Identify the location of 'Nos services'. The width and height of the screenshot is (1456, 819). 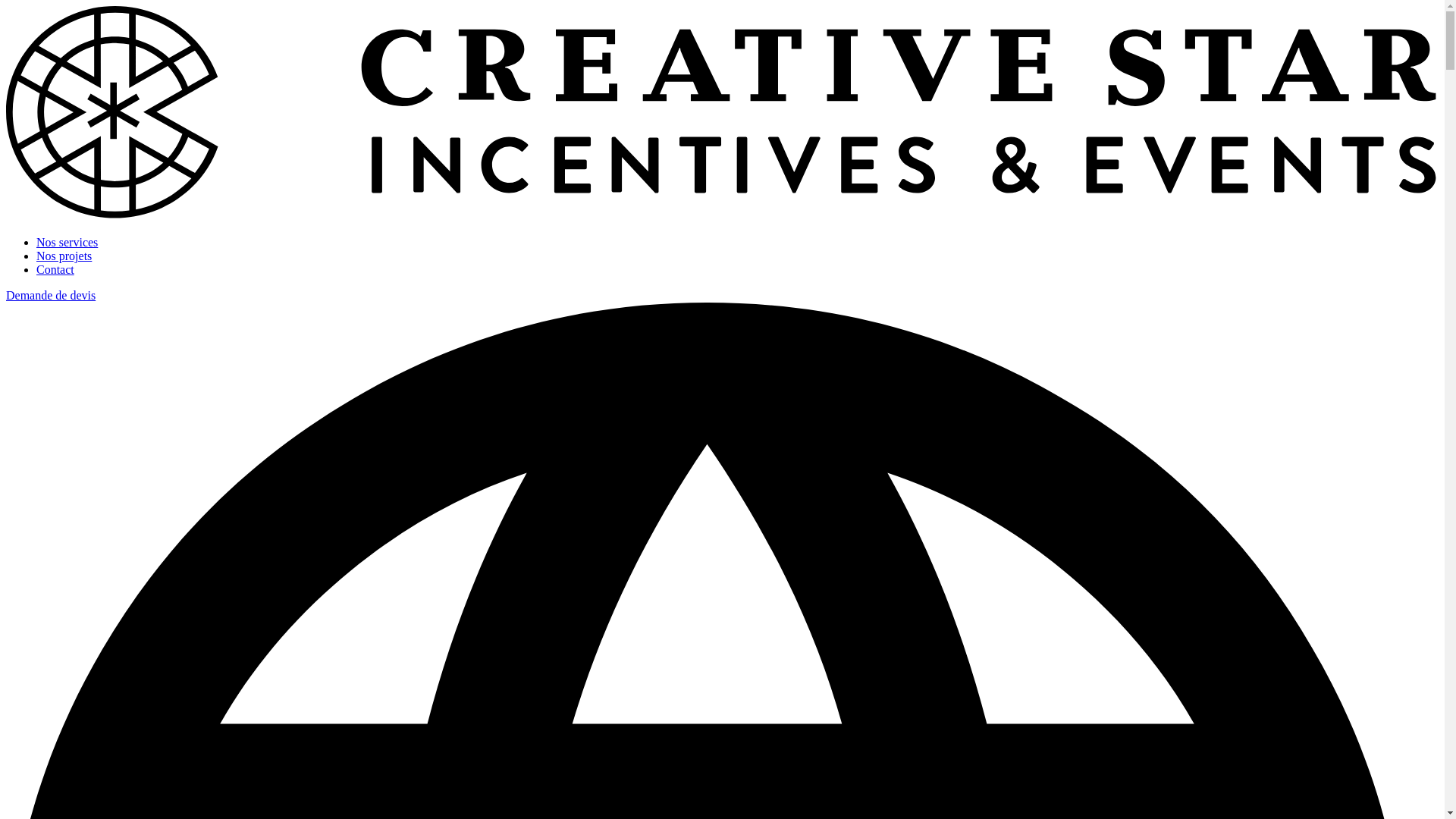
(66, 241).